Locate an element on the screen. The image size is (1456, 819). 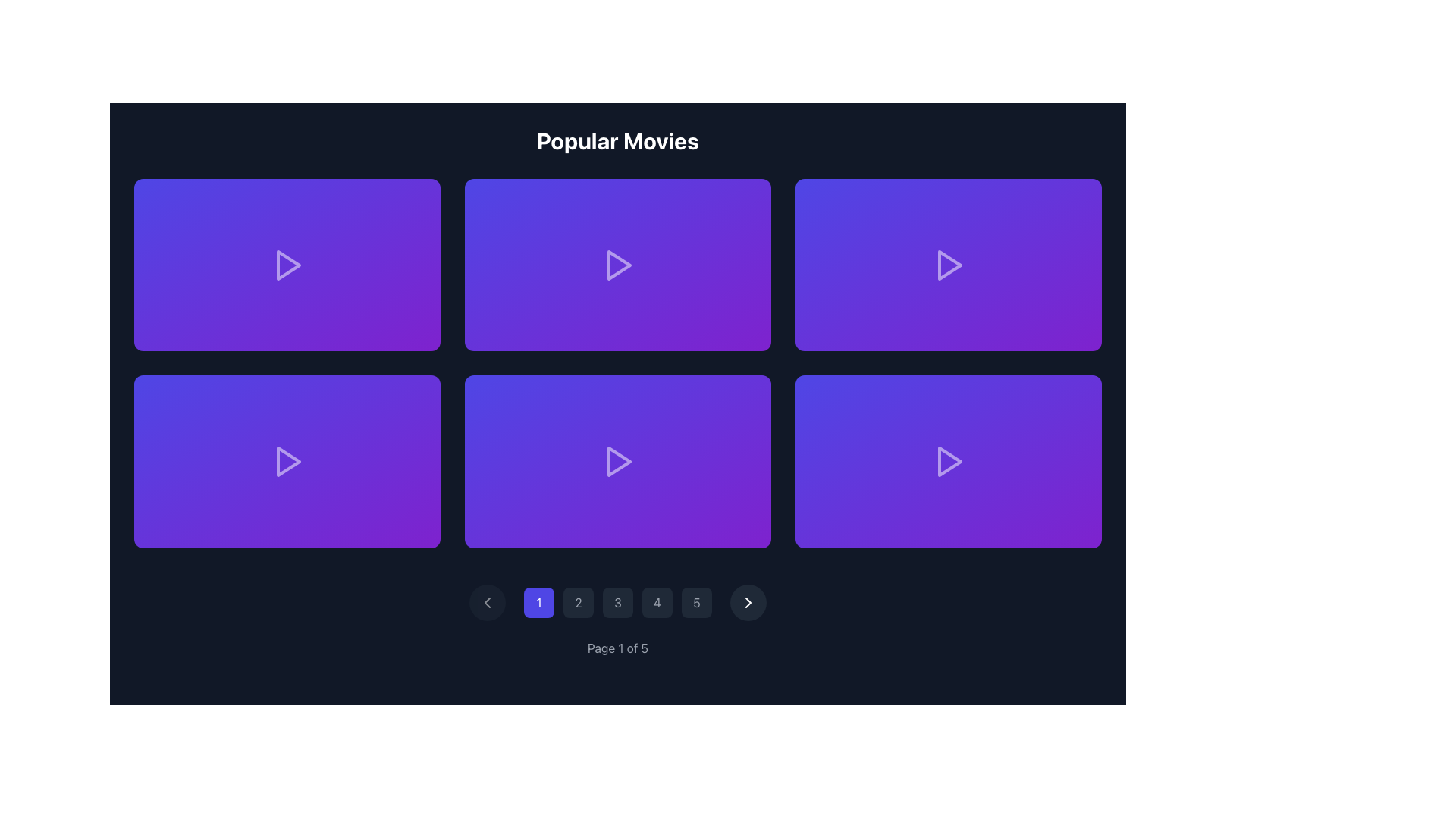
the clickable media card located in the second row and second column of the grid, which serves as a placeholder for video or media interaction is located at coordinates (618, 460).